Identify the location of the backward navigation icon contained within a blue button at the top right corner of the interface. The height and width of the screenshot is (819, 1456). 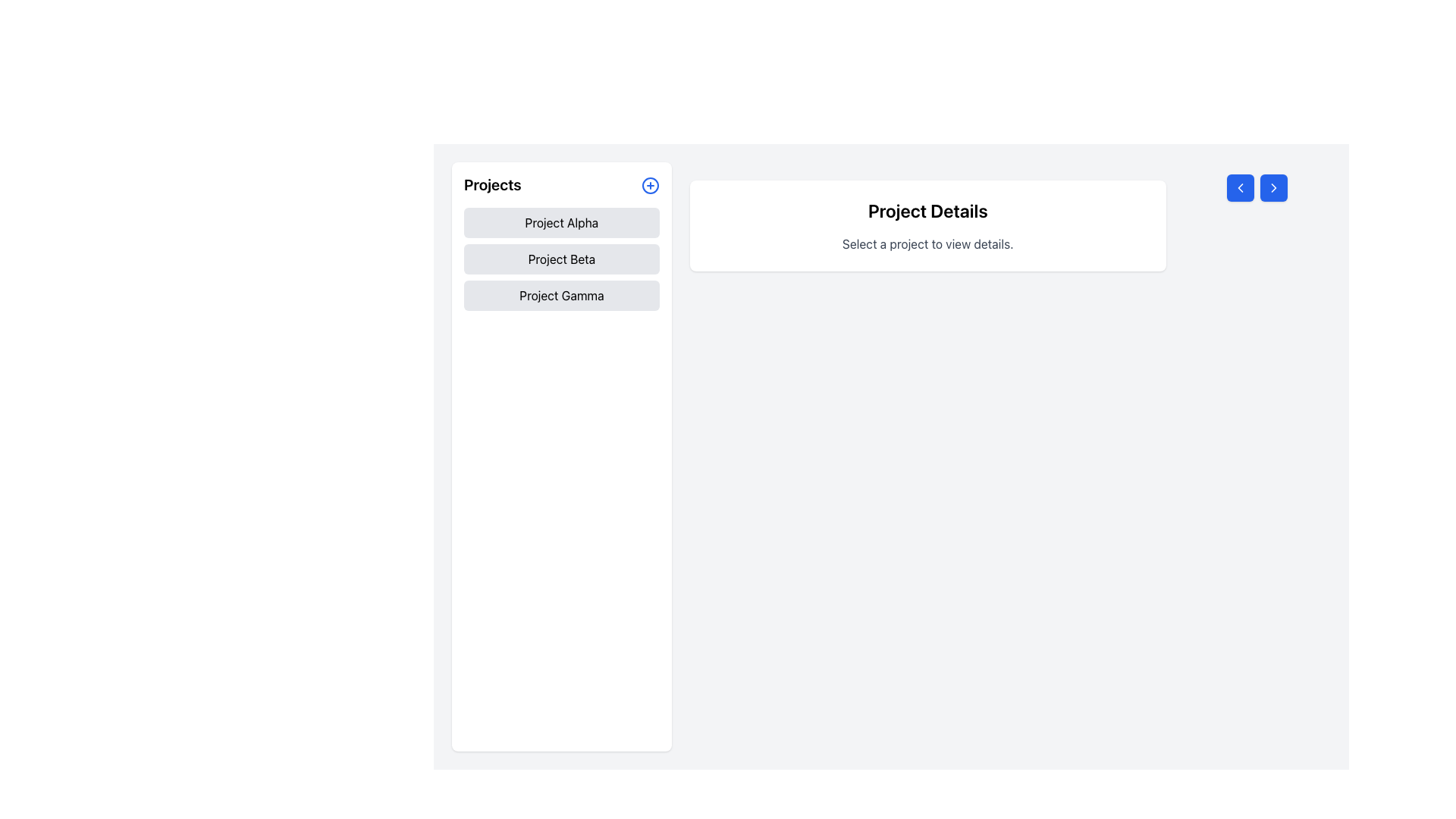
(1241, 187).